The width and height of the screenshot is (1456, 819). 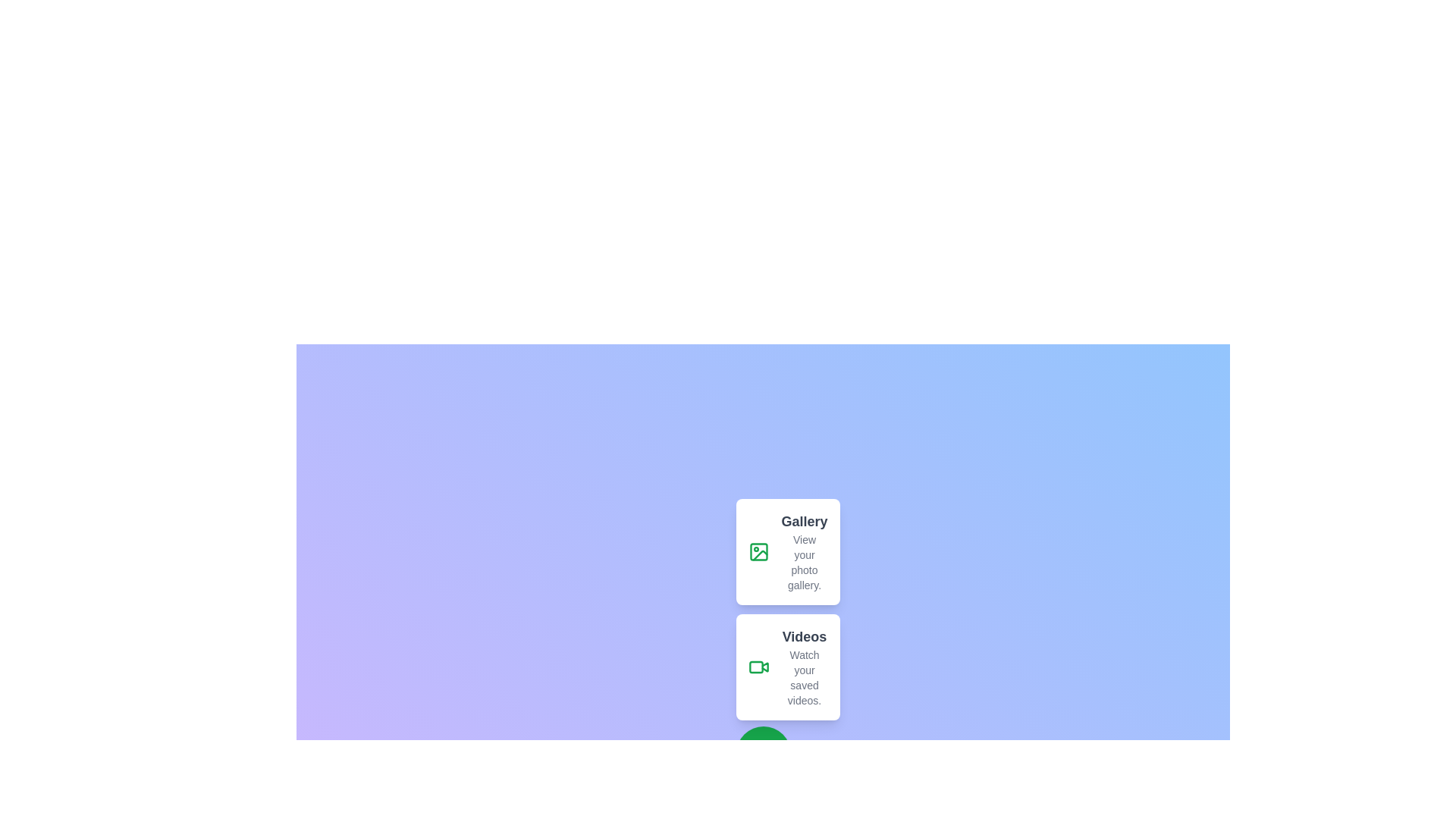 I want to click on the 'Videos' button to select the action, so click(x=787, y=666).